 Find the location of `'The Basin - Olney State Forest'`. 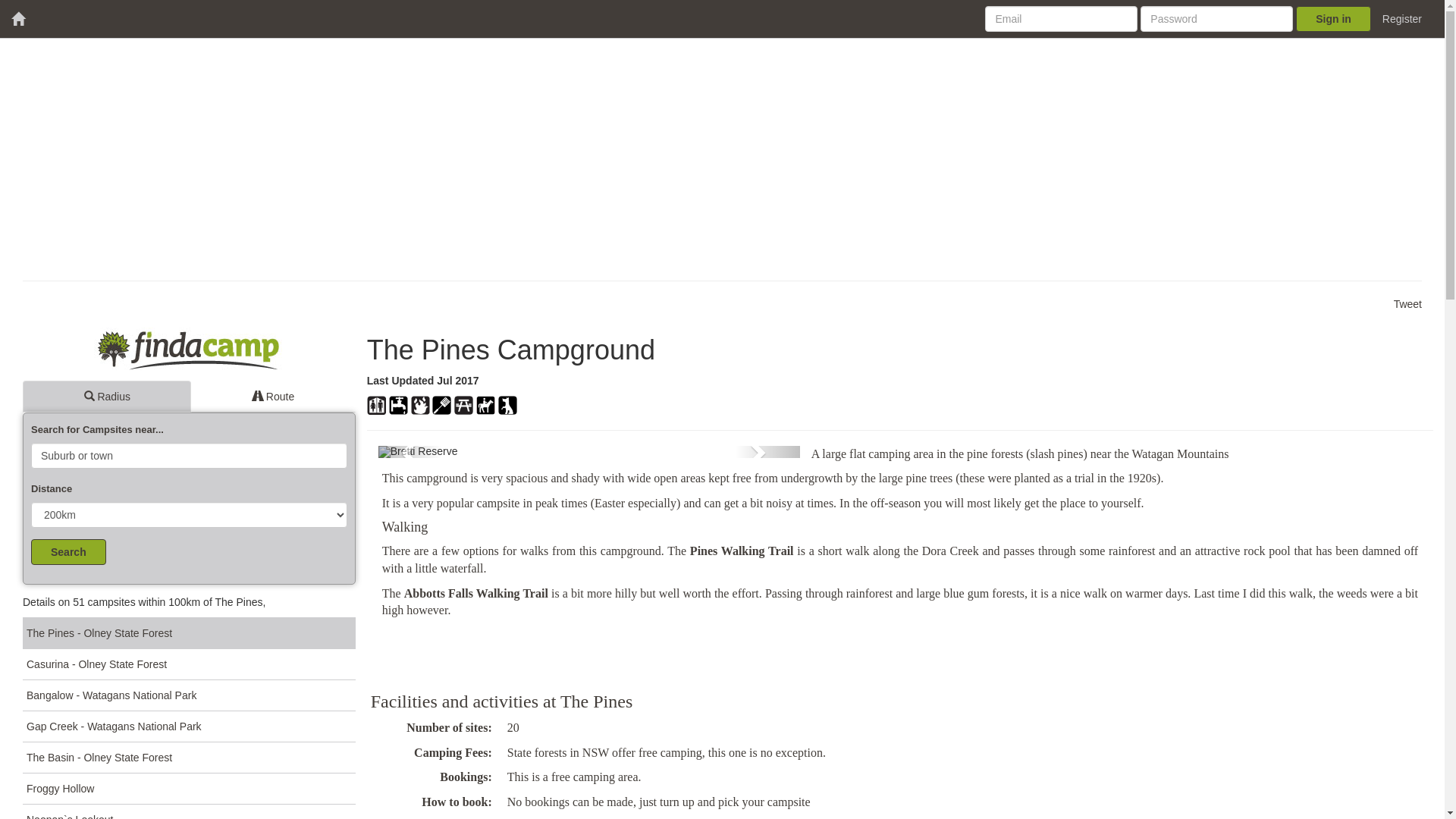

'The Basin - Olney State Forest' is located at coordinates (188, 757).